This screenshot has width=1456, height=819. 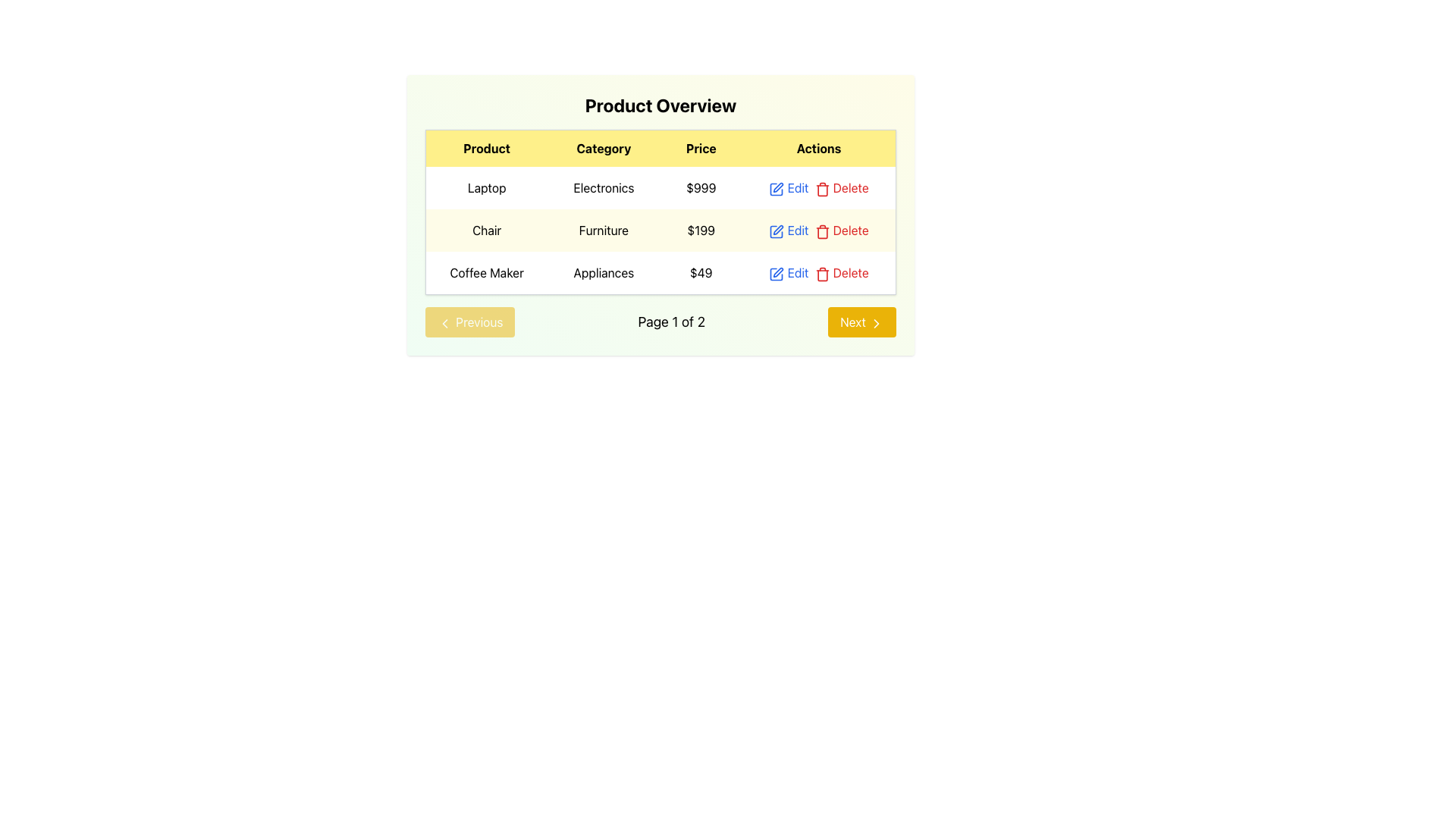 I want to click on the edit icon for the 'Laptop' entry in the 'Actions' column of the table in the 'Product Overview' interface, so click(x=779, y=187).